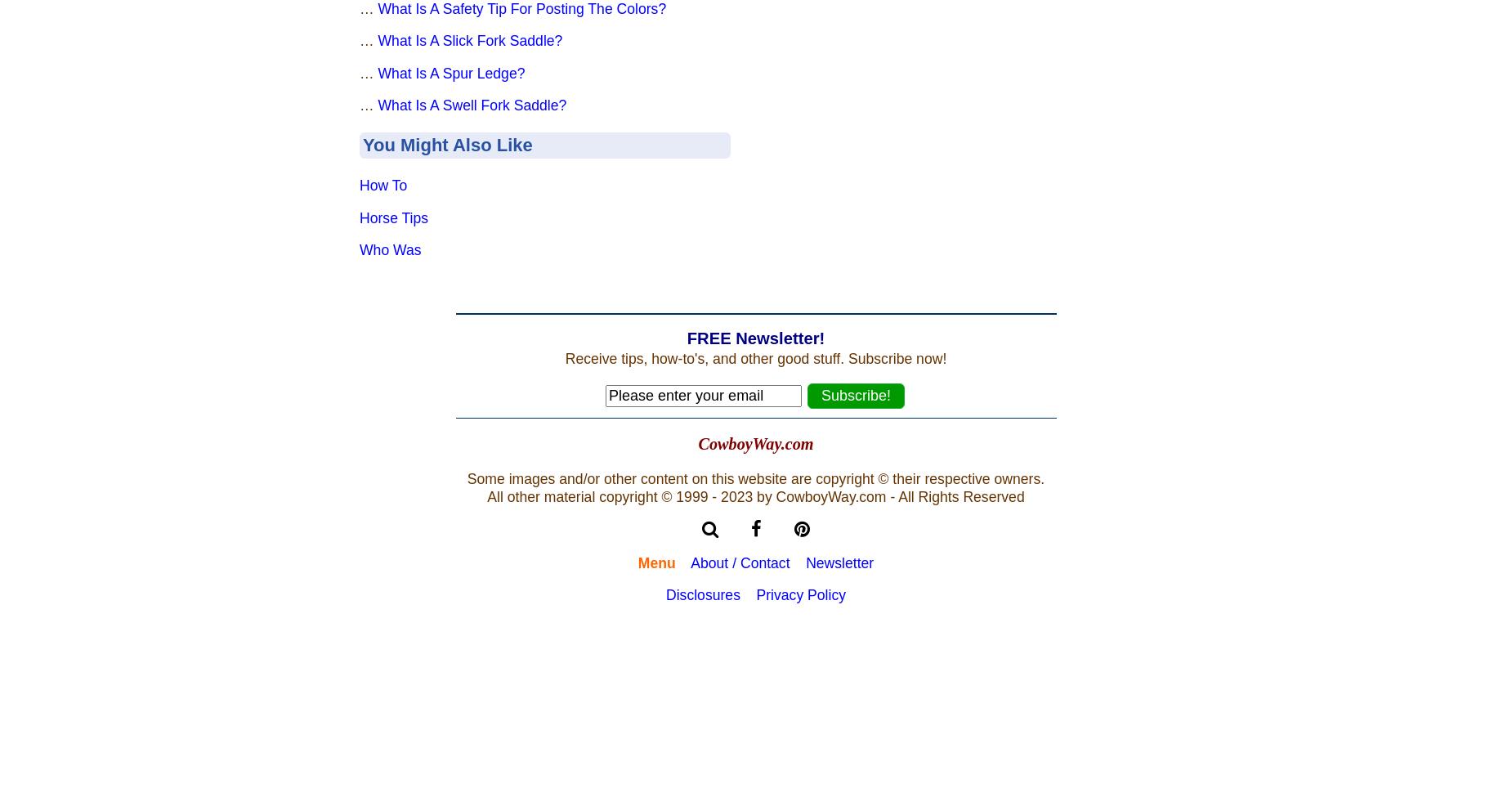  I want to click on 'How To', so click(382, 185).